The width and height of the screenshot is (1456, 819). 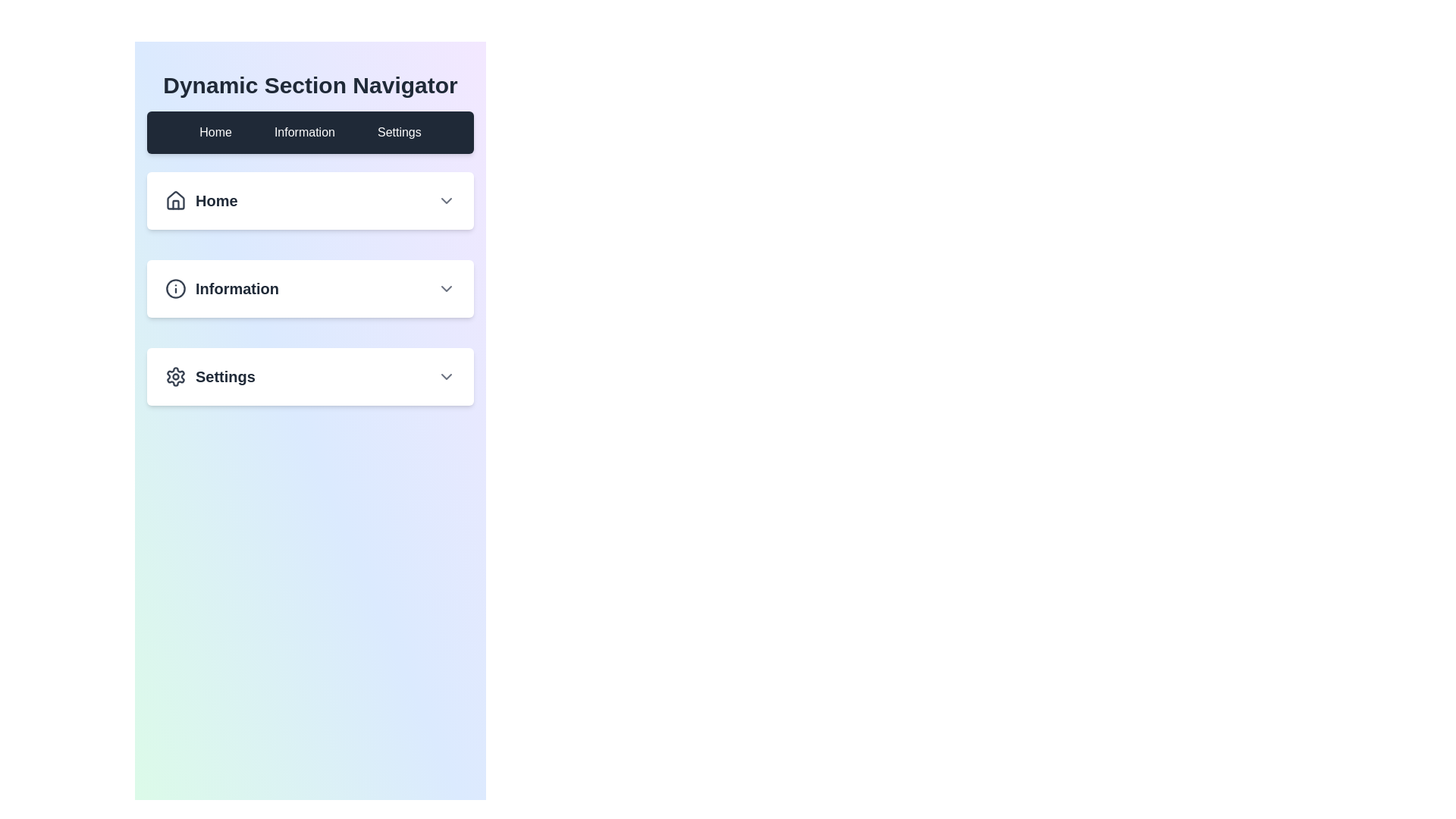 What do you see at coordinates (200, 200) in the screenshot?
I see `the 'Home' navigation link, which is the first entry in the vertical list of navigational options` at bounding box center [200, 200].